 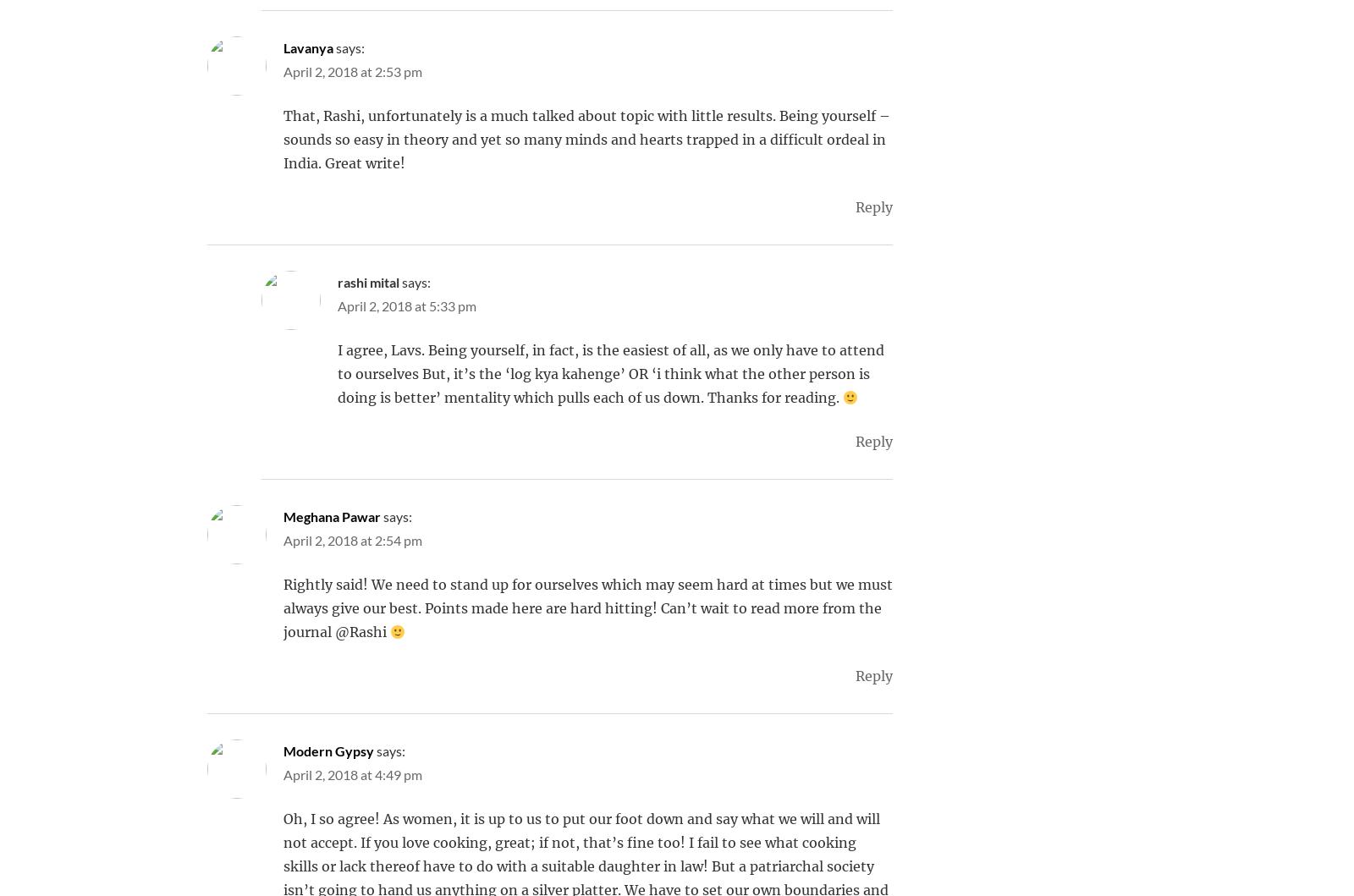 I want to click on 'rashi mital', so click(x=367, y=281).